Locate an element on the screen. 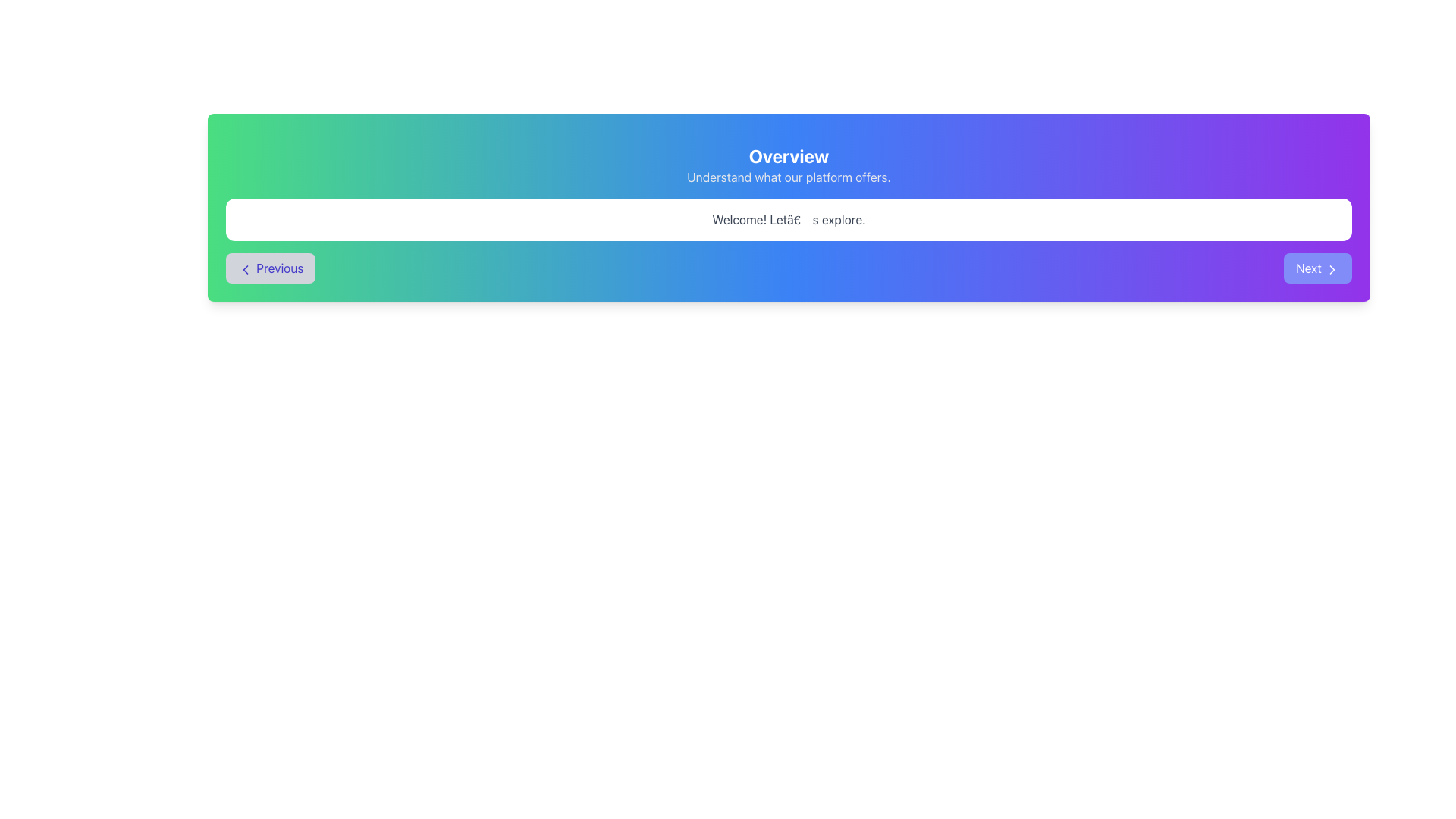 The width and height of the screenshot is (1456, 819). the Static Text Box displaying the message 'Welcome! Let’s explore.' which is centered beneath the title and above the navigation buttons is located at coordinates (789, 219).